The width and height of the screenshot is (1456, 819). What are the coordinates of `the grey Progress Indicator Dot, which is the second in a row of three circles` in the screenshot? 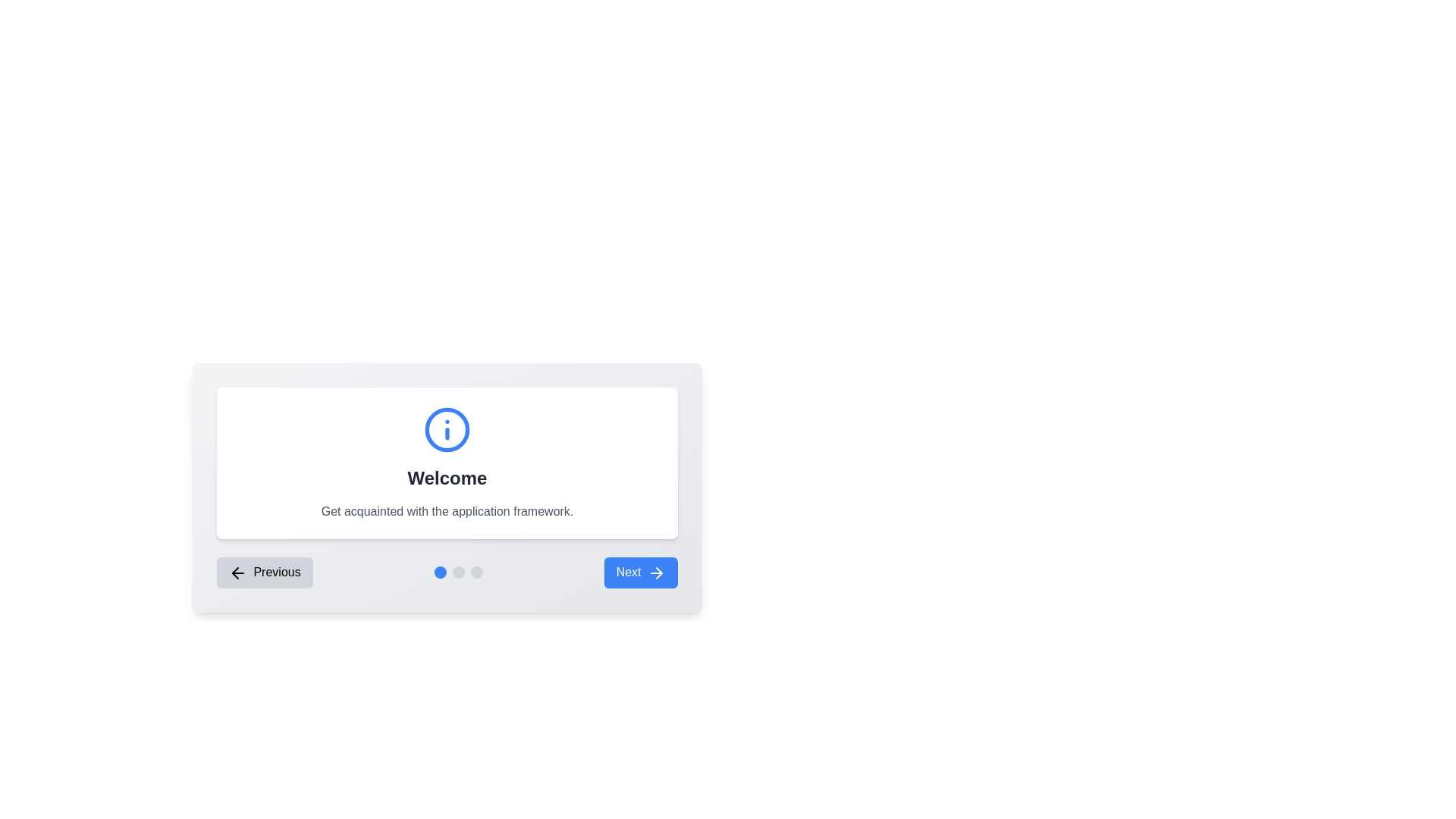 It's located at (457, 573).